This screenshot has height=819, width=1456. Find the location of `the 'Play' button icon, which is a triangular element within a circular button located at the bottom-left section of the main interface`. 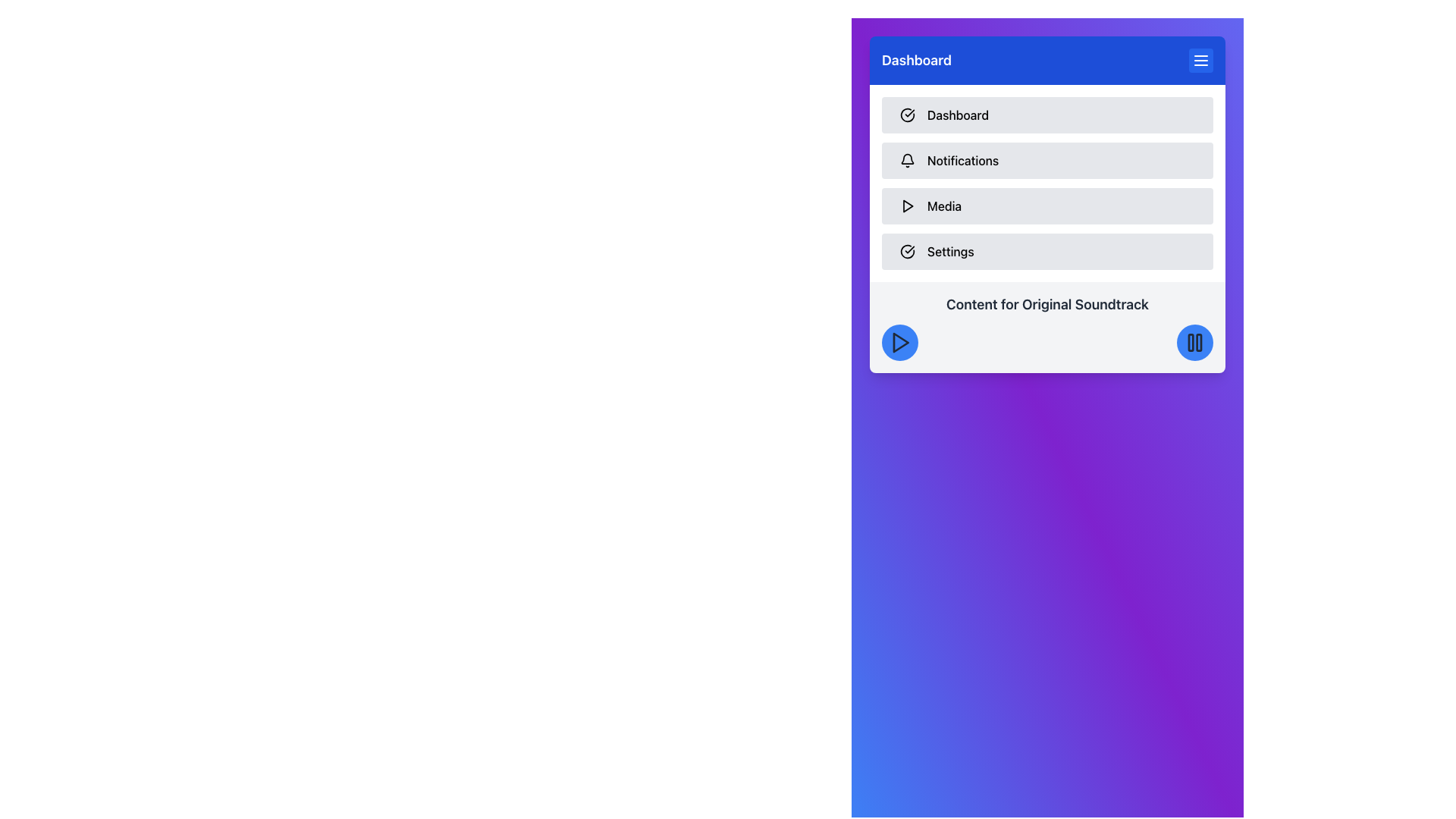

the 'Play' button icon, which is a triangular element within a circular button located at the bottom-left section of the main interface is located at coordinates (901, 342).